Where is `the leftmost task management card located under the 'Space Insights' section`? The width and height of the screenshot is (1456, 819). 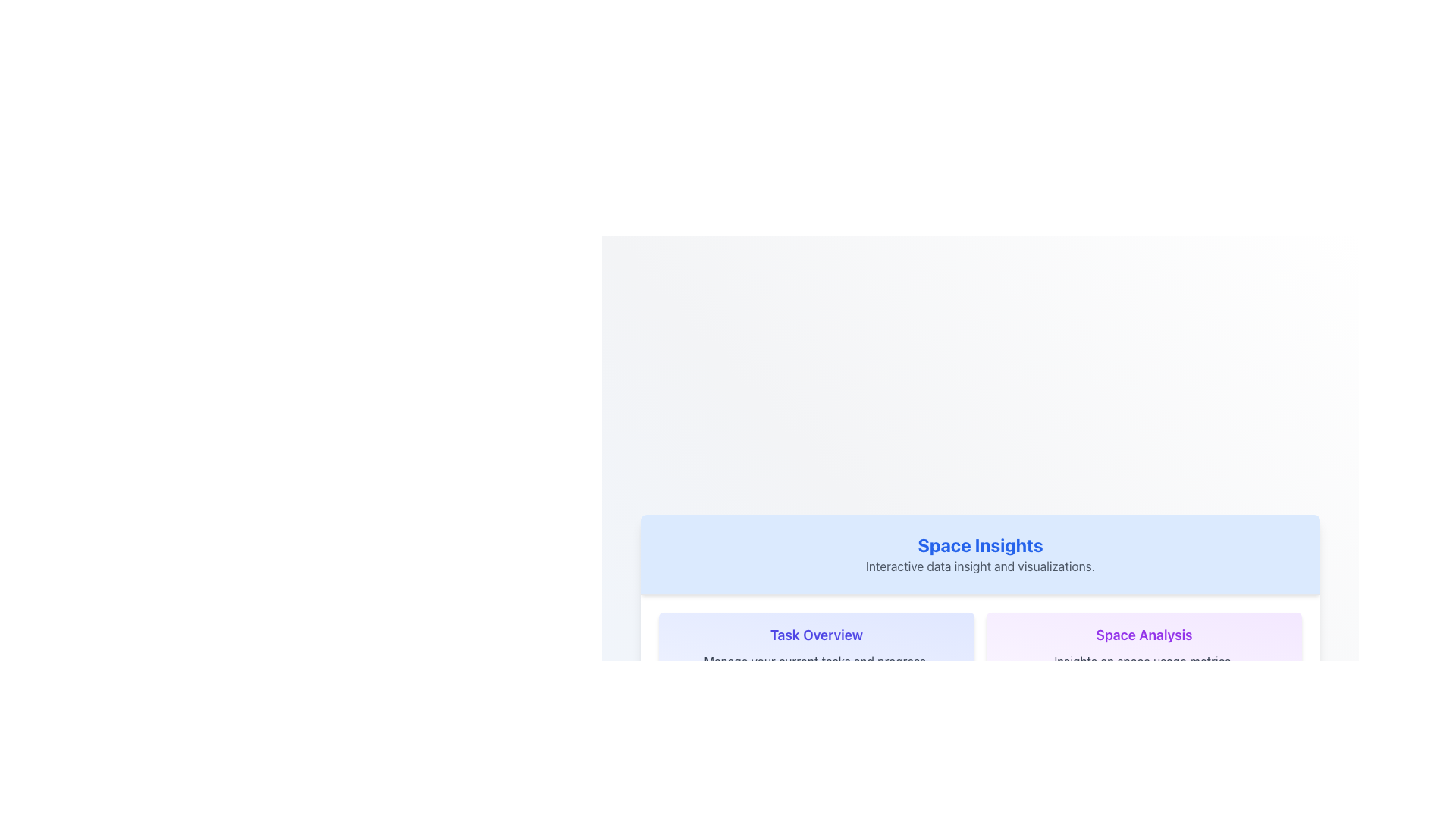
the leftmost task management card located under the 'Space Insights' section is located at coordinates (815, 647).